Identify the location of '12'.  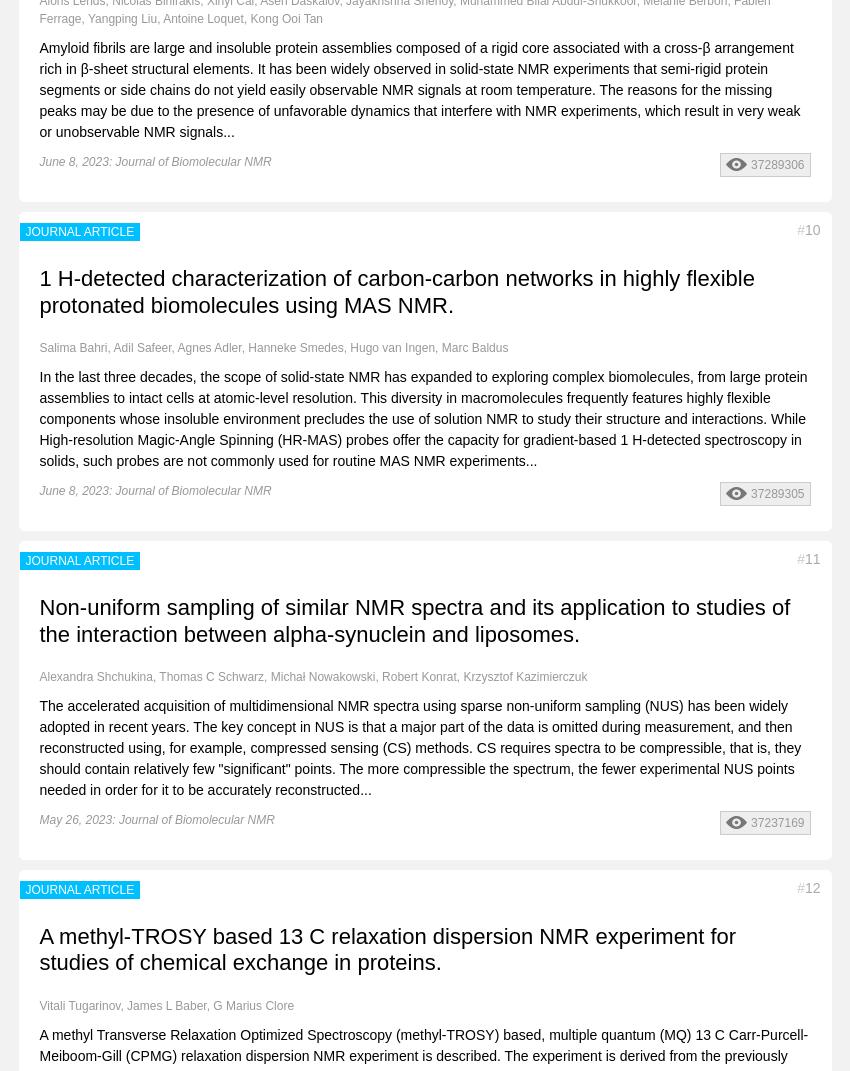
(803, 887).